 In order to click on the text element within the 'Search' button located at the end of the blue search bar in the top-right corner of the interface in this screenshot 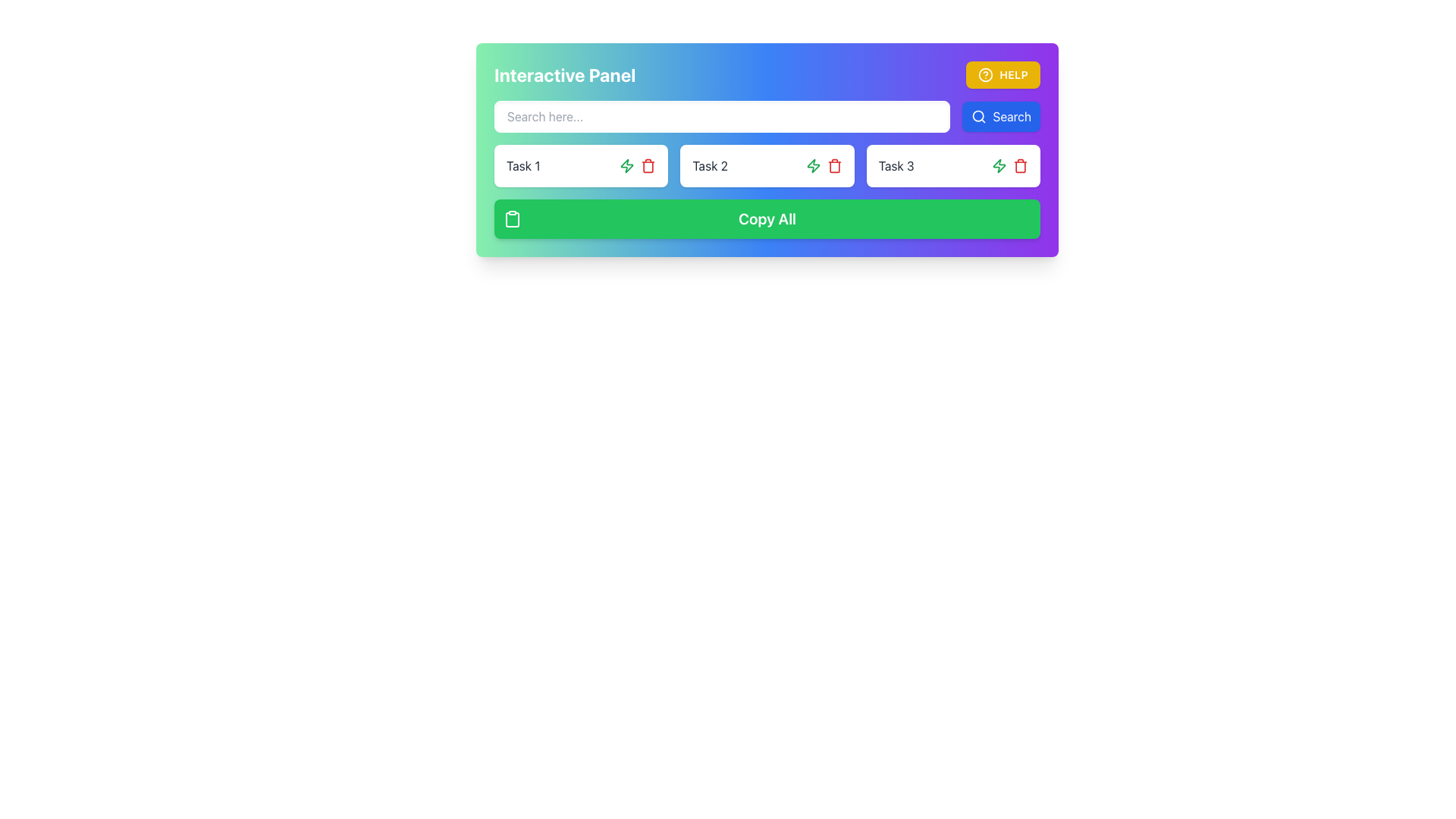, I will do `click(1012, 116)`.